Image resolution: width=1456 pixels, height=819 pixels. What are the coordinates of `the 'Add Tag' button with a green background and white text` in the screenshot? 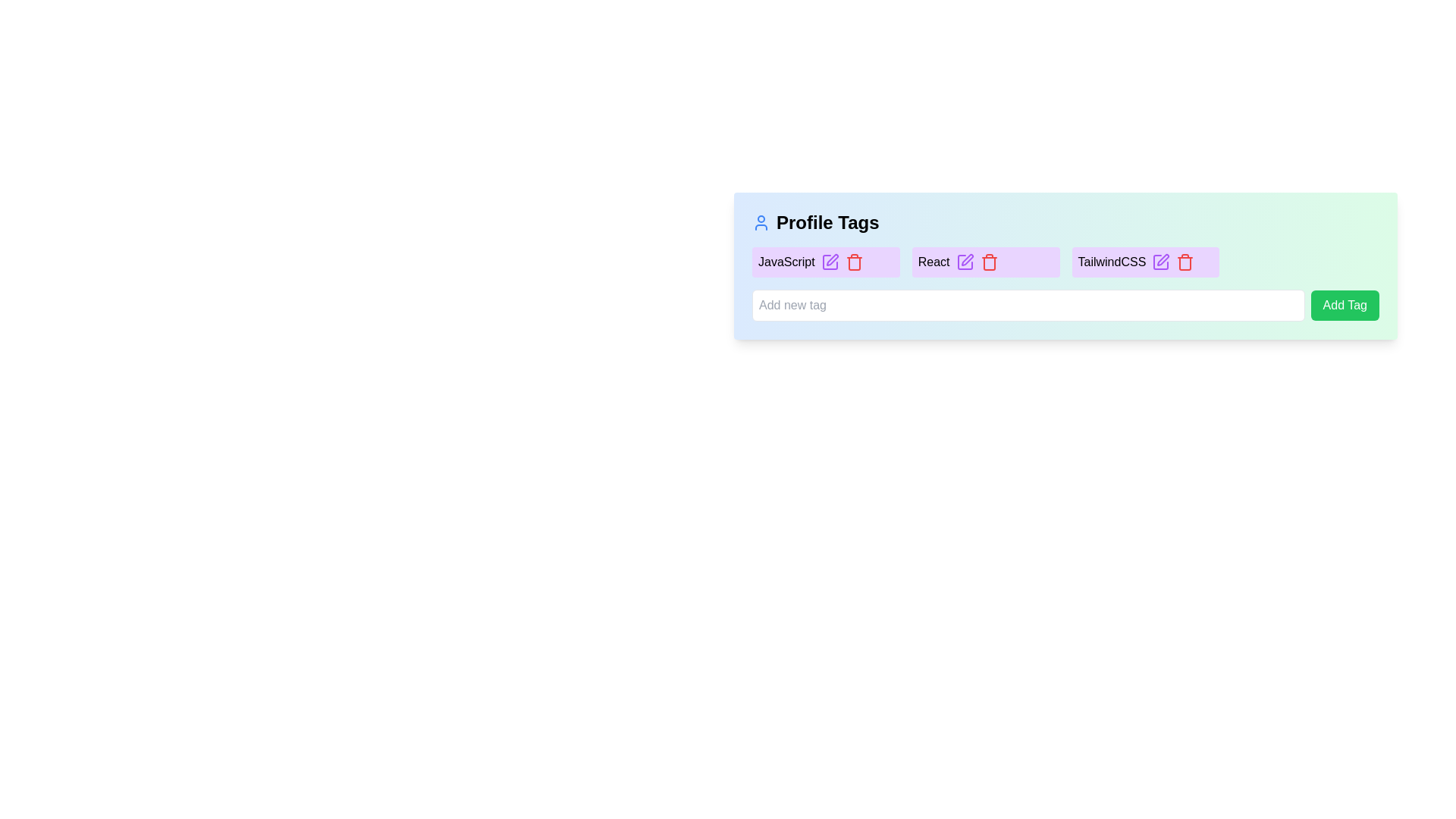 It's located at (1345, 305).